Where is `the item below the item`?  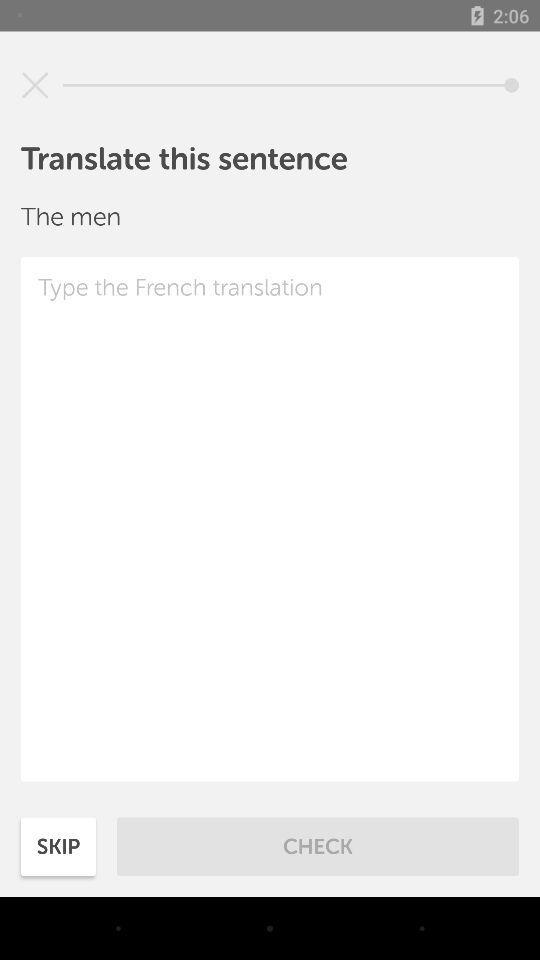
the item below the item is located at coordinates (270, 518).